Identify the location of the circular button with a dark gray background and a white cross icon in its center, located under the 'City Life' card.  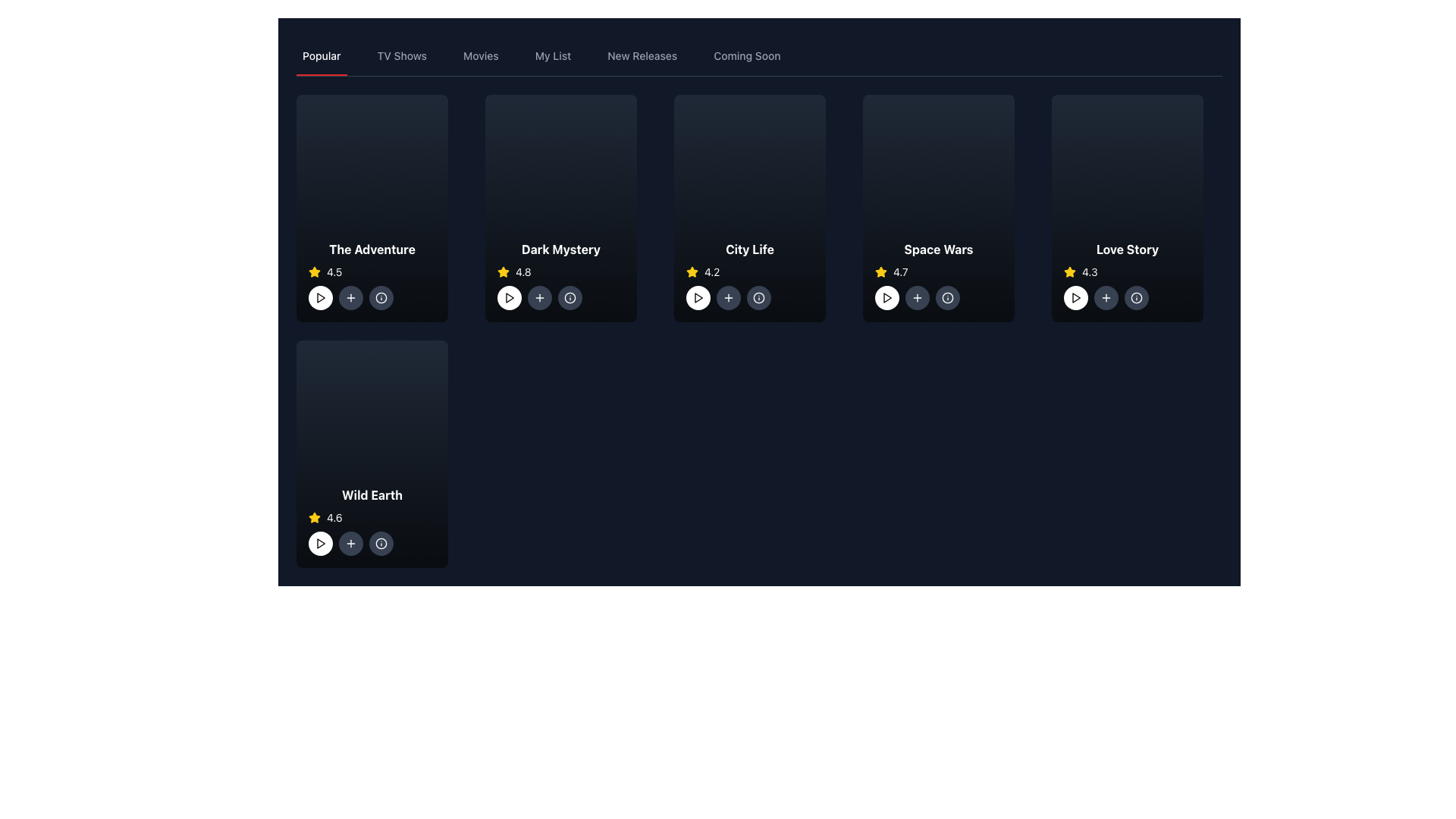
(728, 298).